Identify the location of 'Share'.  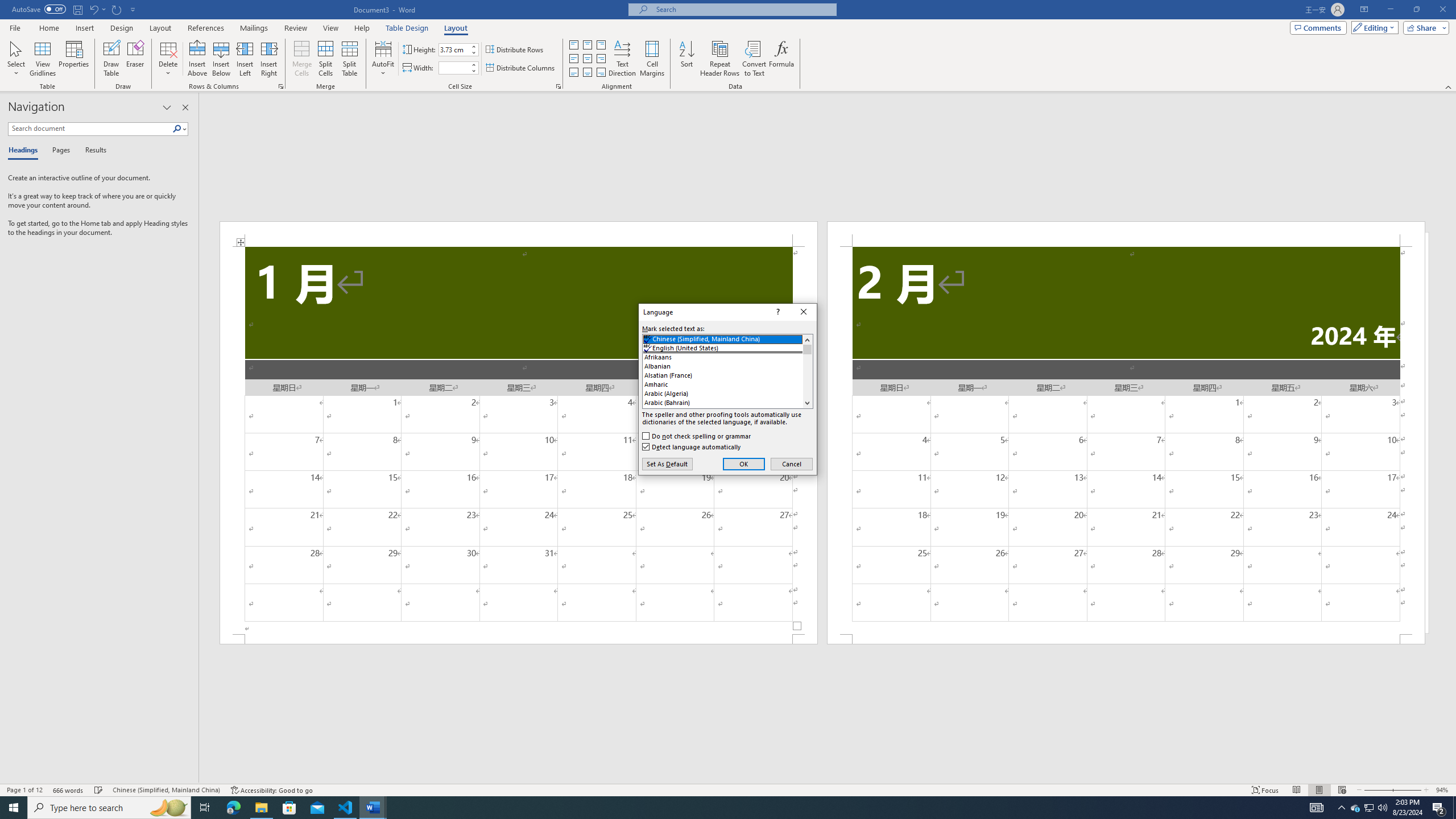
(1423, 27).